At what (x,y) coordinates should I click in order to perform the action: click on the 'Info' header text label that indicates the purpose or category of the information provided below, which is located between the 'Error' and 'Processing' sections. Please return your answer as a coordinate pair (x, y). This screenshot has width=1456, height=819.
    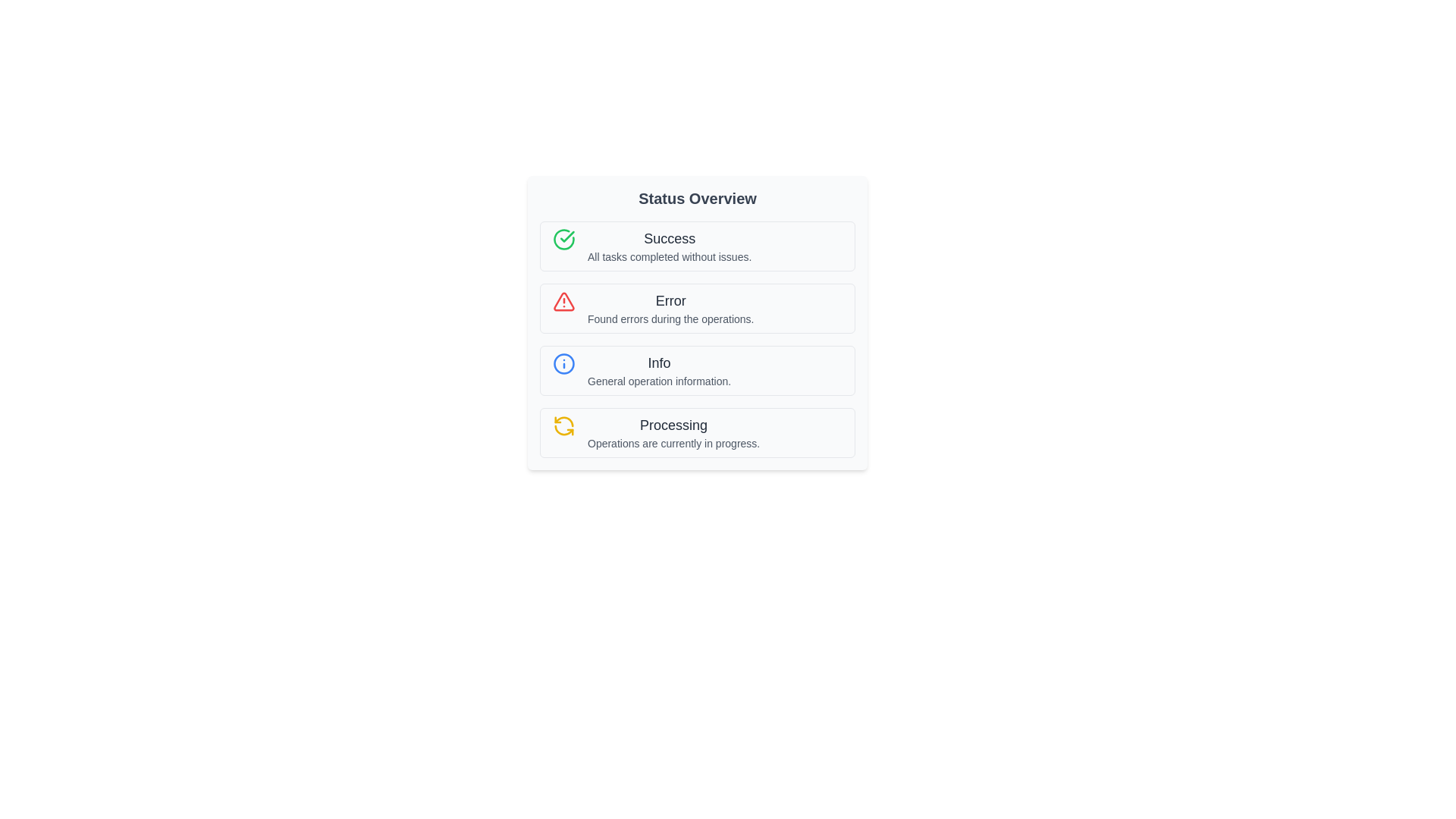
    Looking at the image, I should click on (659, 362).